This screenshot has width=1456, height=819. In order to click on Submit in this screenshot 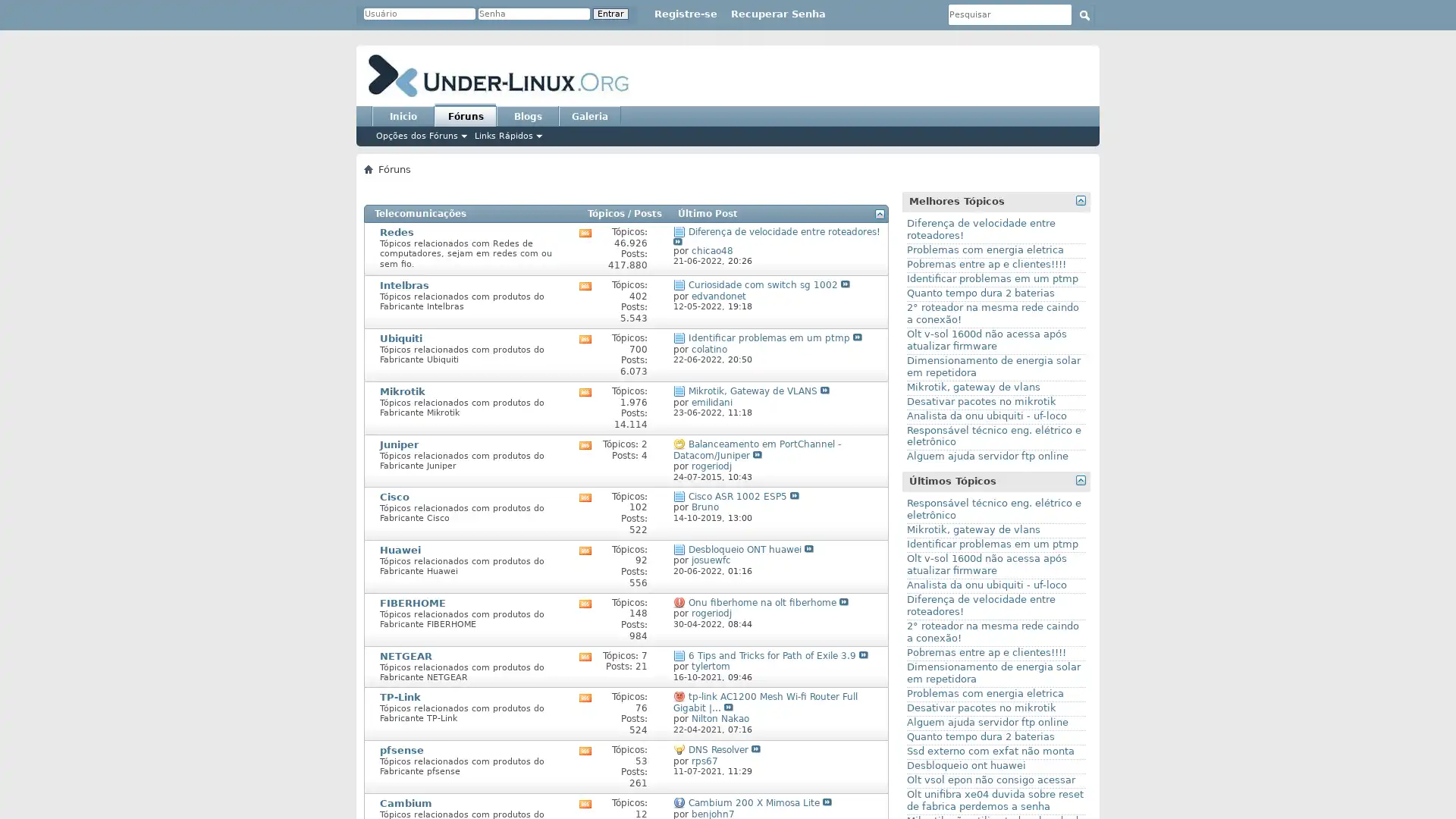, I will do `click(1084, 14)`.